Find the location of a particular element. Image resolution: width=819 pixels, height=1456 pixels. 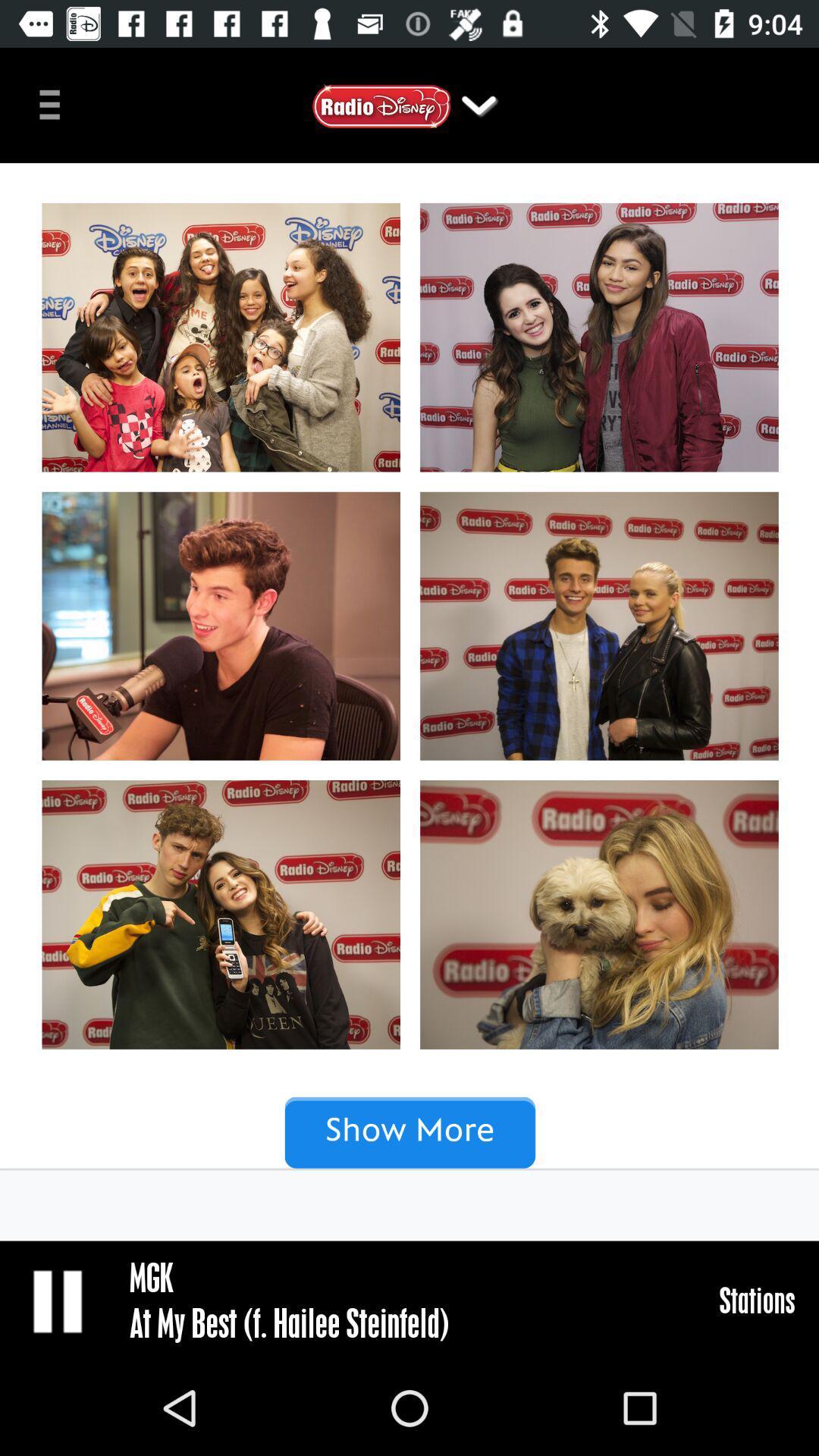

play is located at coordinates (58, 1300).